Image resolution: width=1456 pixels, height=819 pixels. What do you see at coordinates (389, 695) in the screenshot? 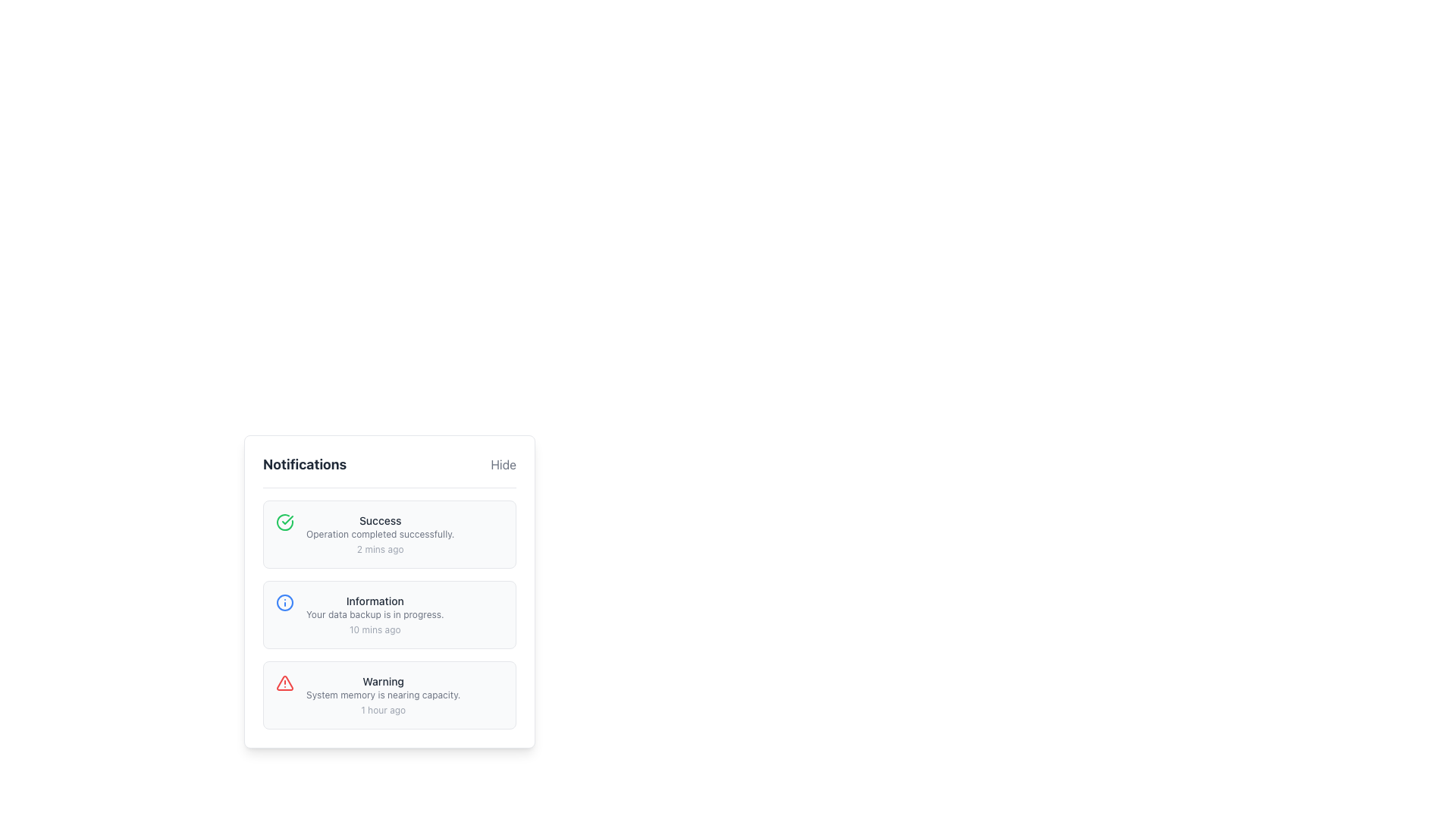
I see `the warning message displayed in the third notification card of the notifications panel that alerts about nearing memory capacity` at bounding box center [389, 695].